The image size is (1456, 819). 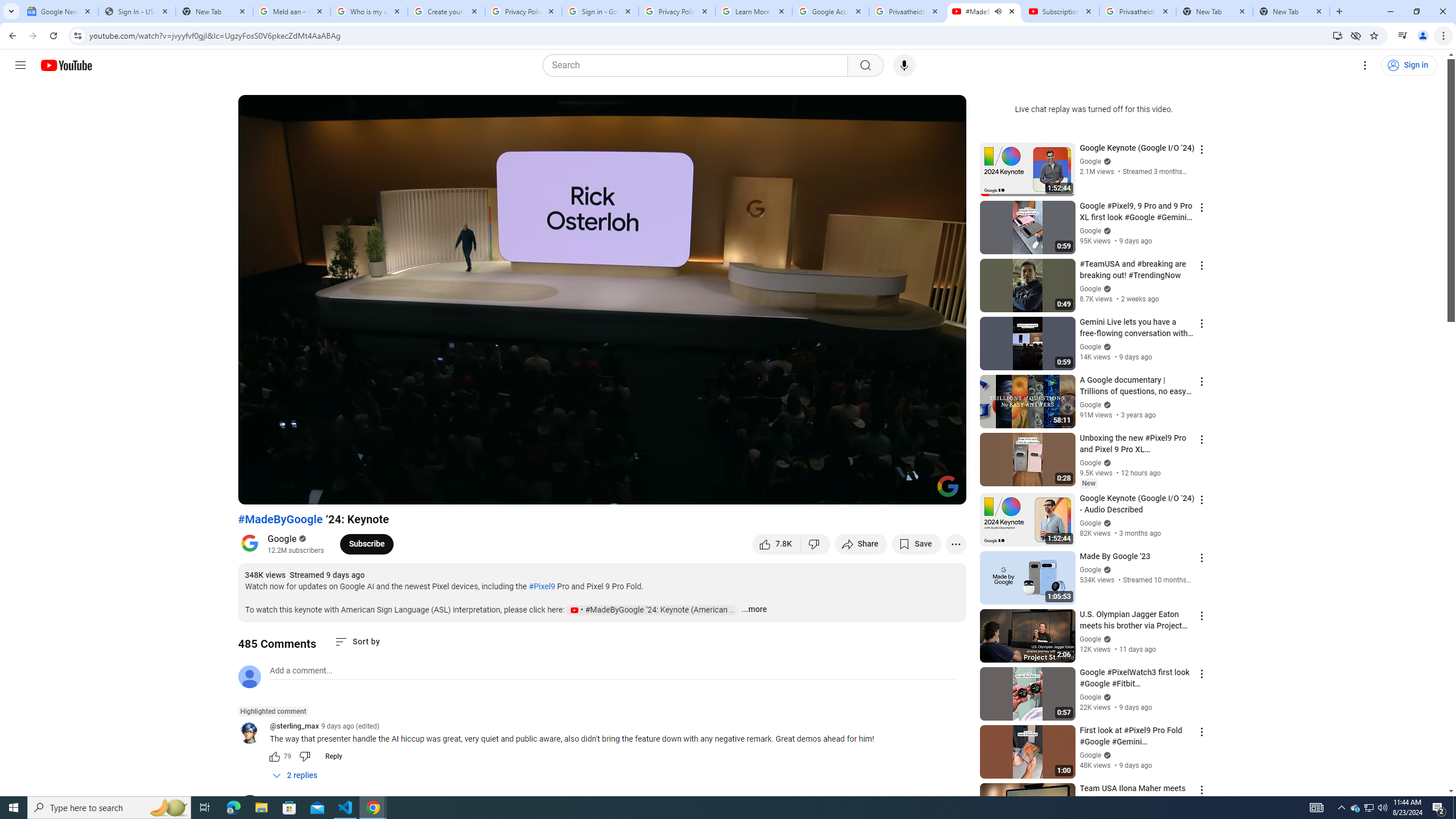 I want to click on 'Full screen (f)', so click(x=945, y=490).